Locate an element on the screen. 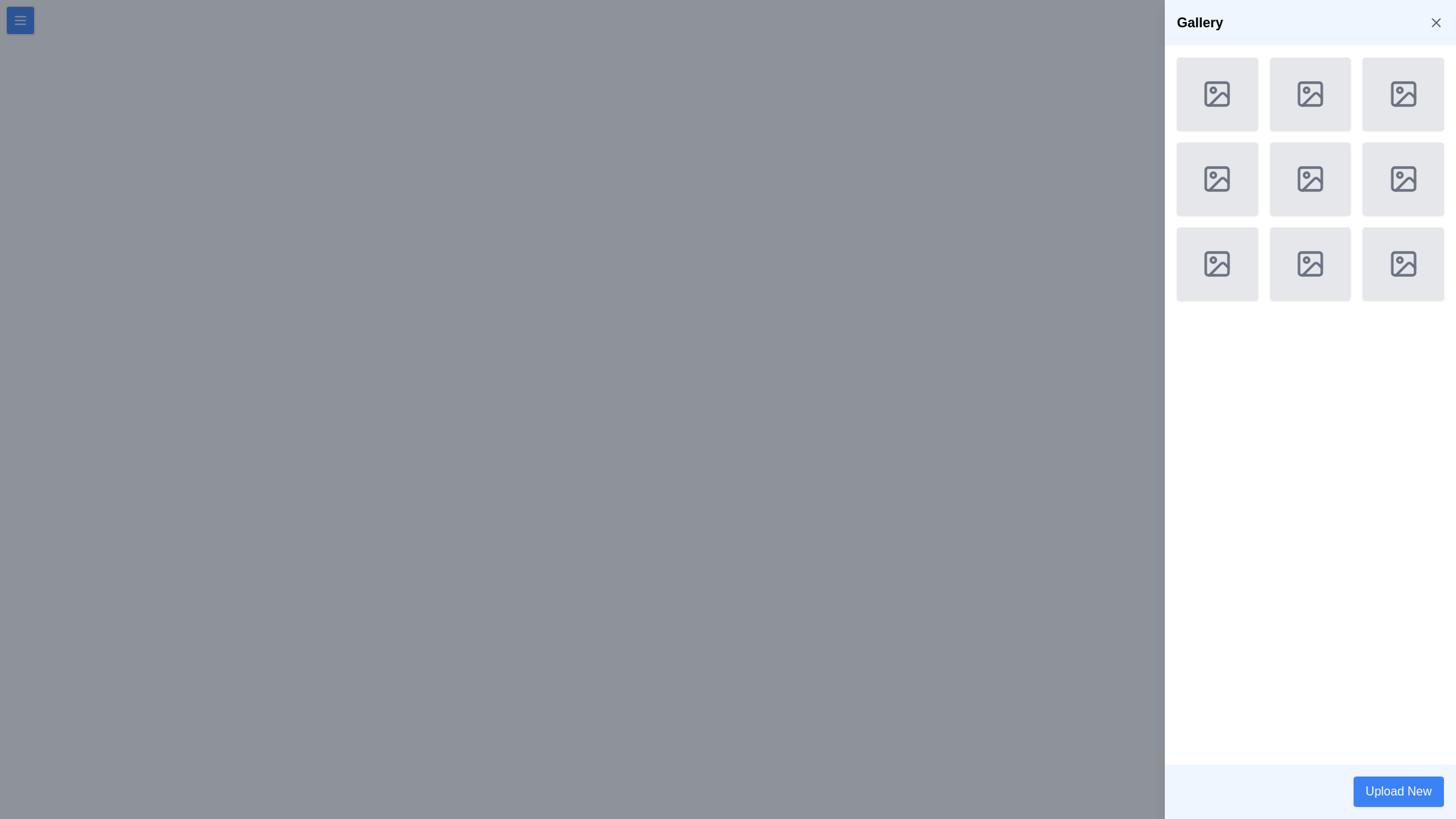  the close button located at the far right of the light-blue banner in the 'Gallery' section to change its color is located at coordinates (1436, 23).